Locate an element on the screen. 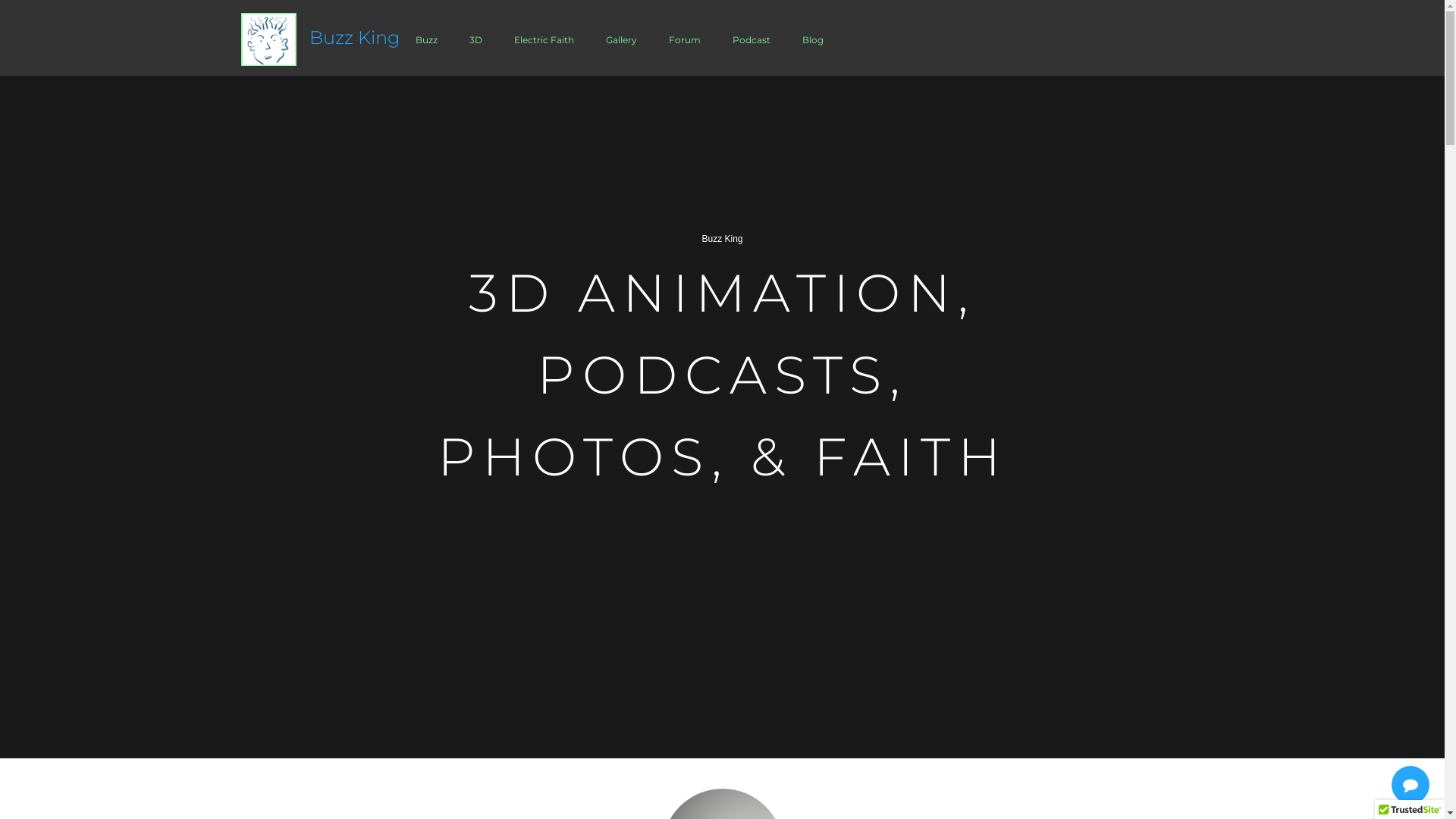  'Podcast' is located at coordinates (716, 39).